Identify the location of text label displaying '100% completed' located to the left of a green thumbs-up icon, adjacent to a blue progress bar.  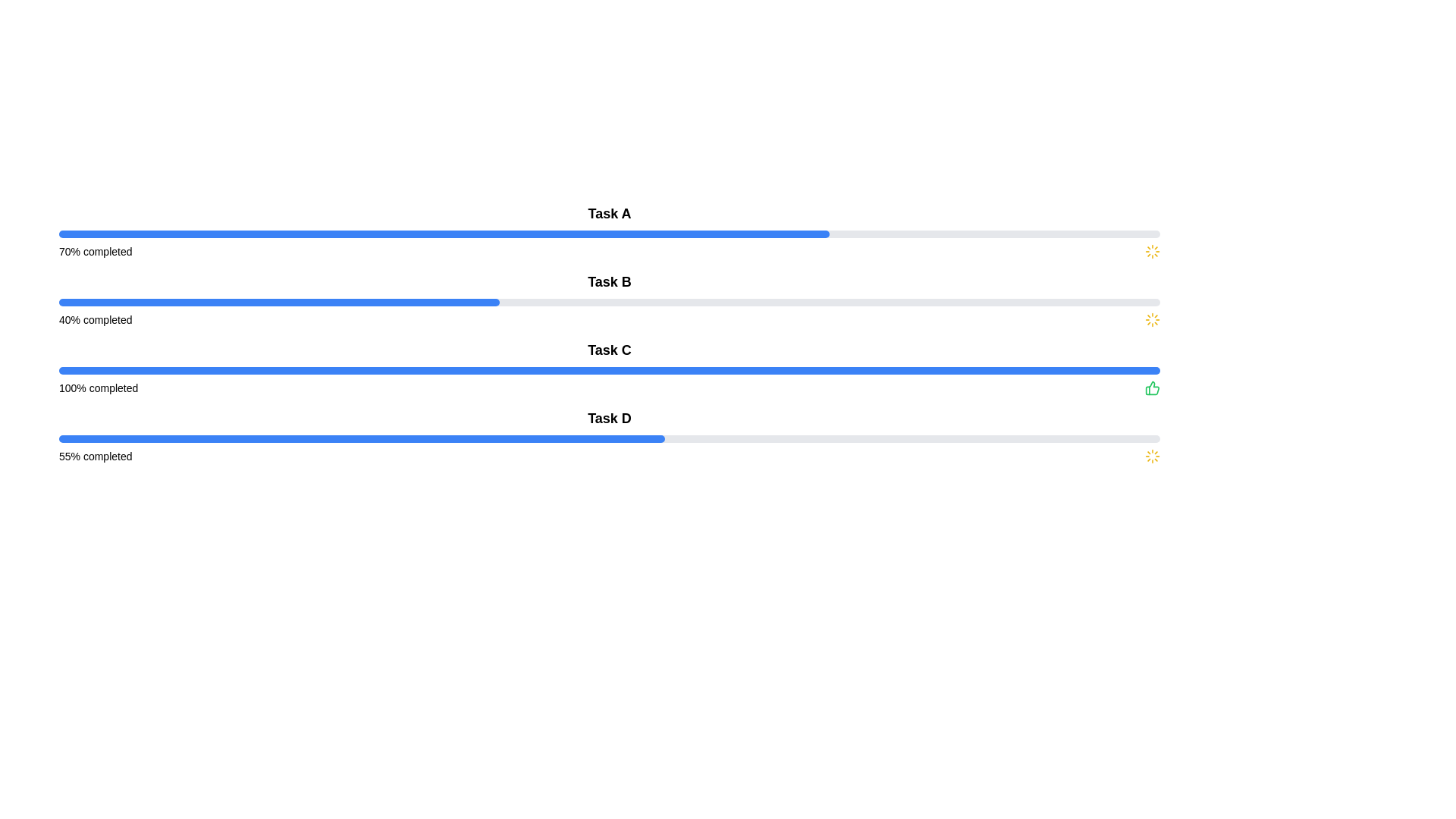
(98, 388).